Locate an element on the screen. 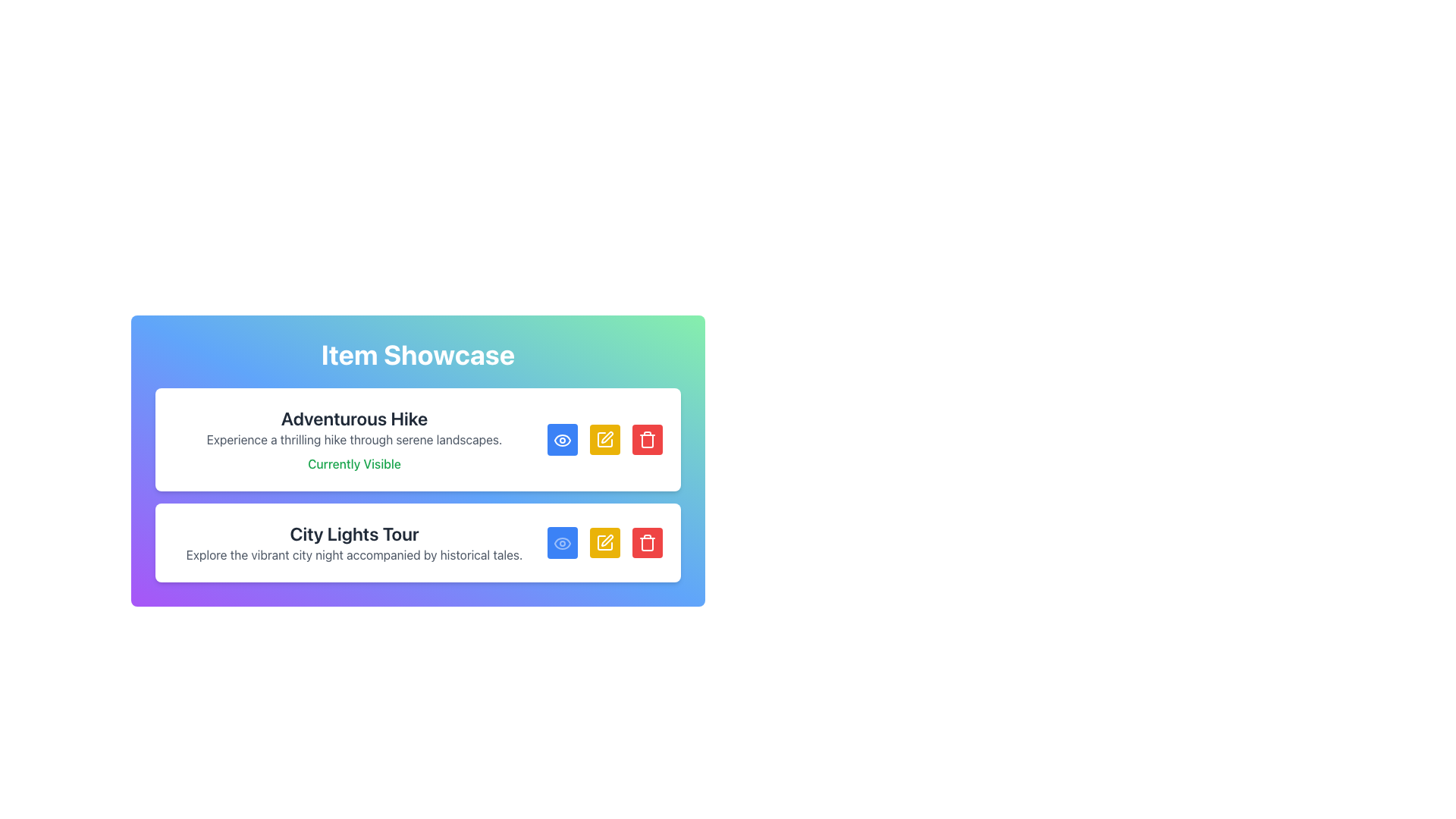 Image resolution: width=1456 pixels, height=819 pixels. the yellow pencil icon button in the action toolbar under the 'City Lights Tour' section is located at coordinates (607, 438).